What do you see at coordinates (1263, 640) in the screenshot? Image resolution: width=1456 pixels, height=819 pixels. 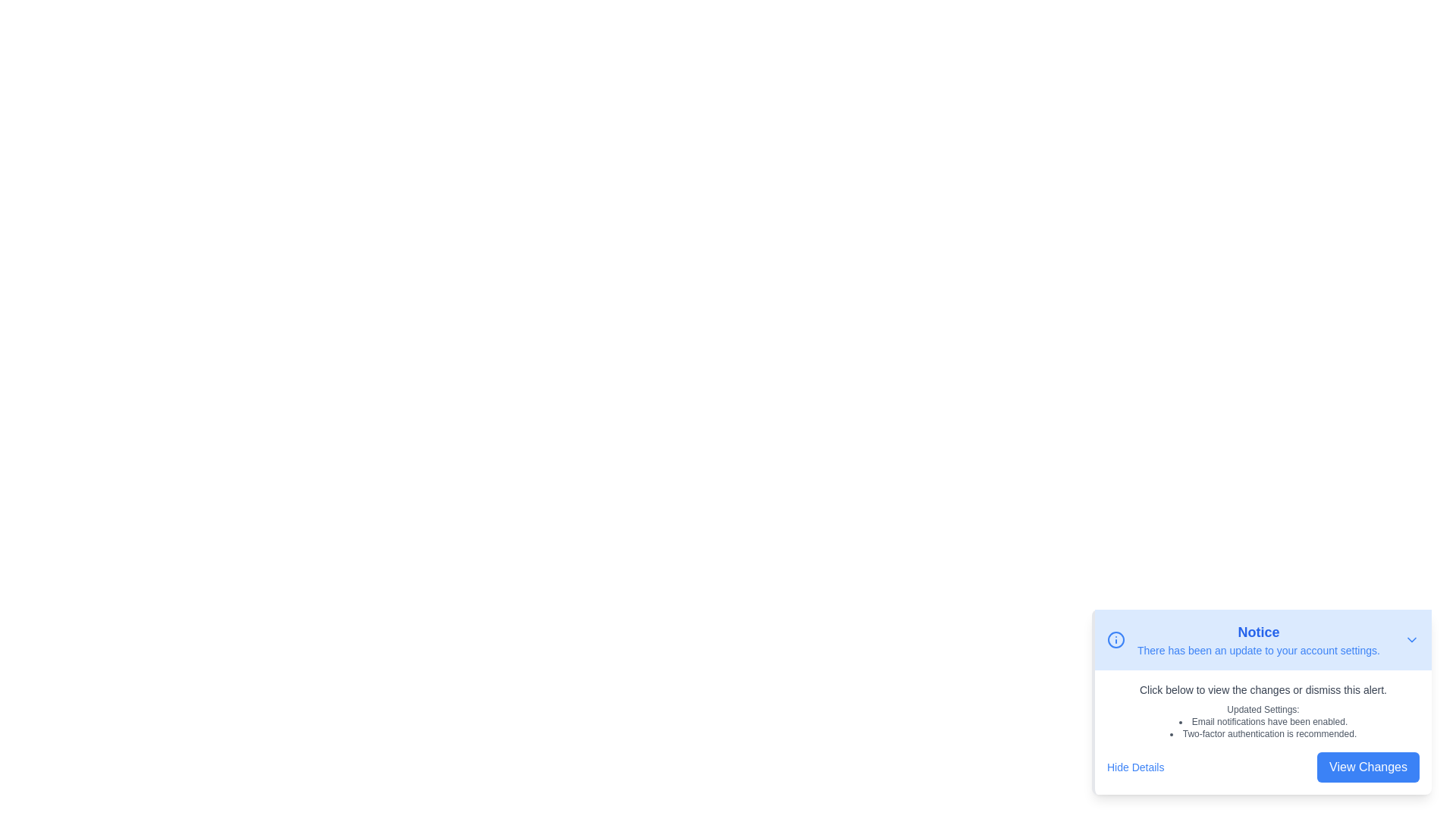 I see `the Informative banner located at the top of the rectangular panel in the bottom-right corner of the interface, which informs users about an update to their account settings` at bounding box center [1263, 640].